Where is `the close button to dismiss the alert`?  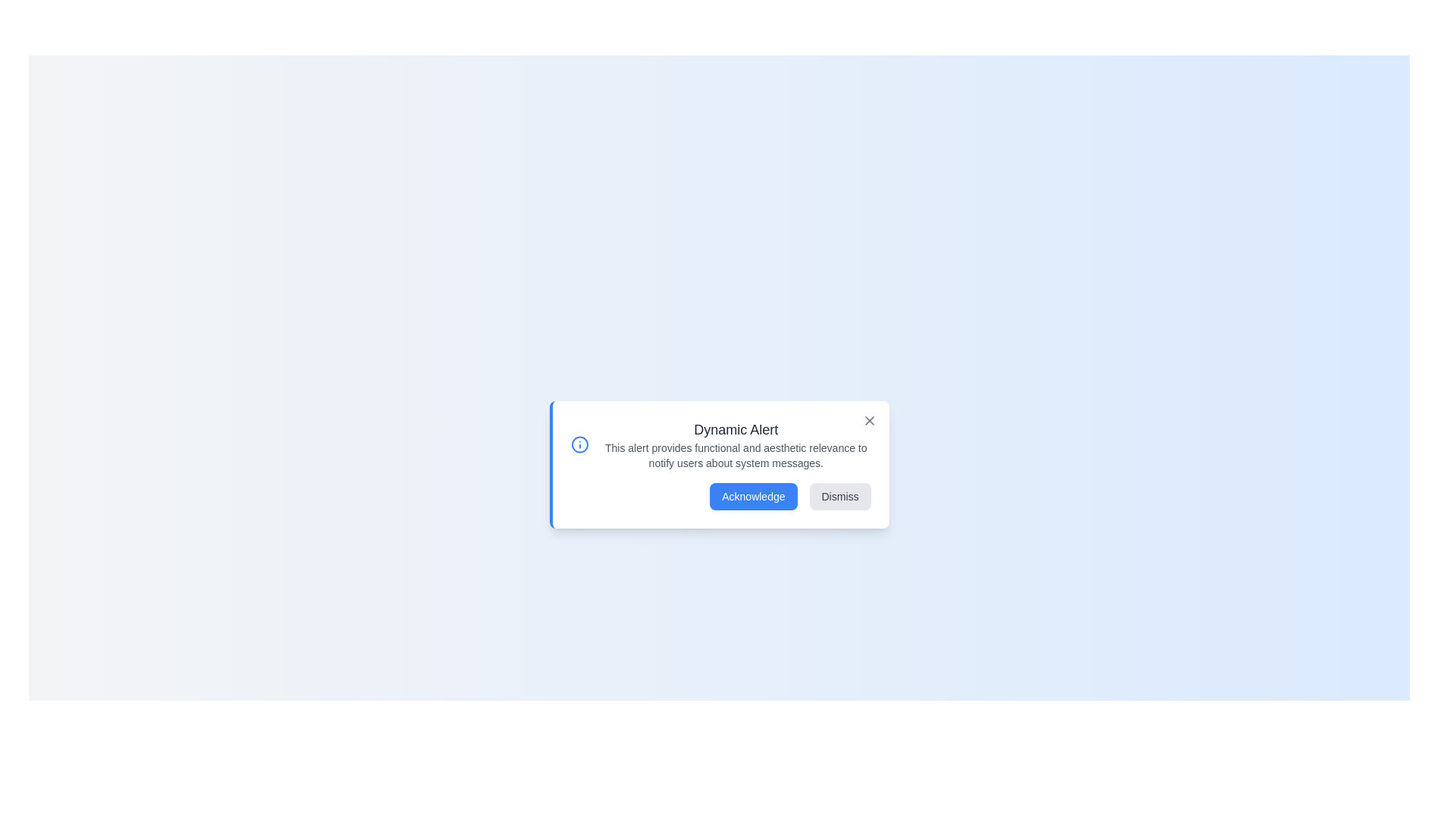
the close button to dismiss the alert is located at coordinates (869, 421).